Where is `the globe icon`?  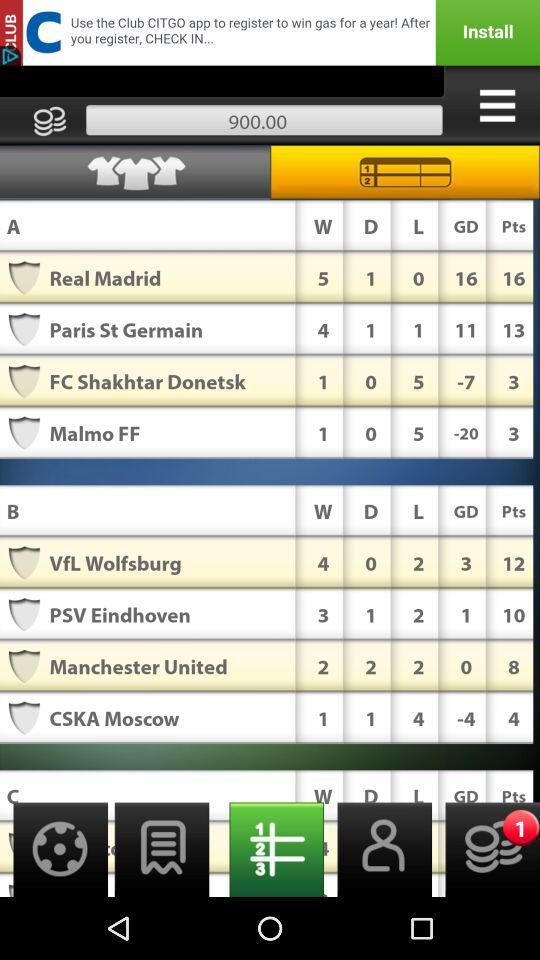 the globe icon is located at coordinates (54, 909).